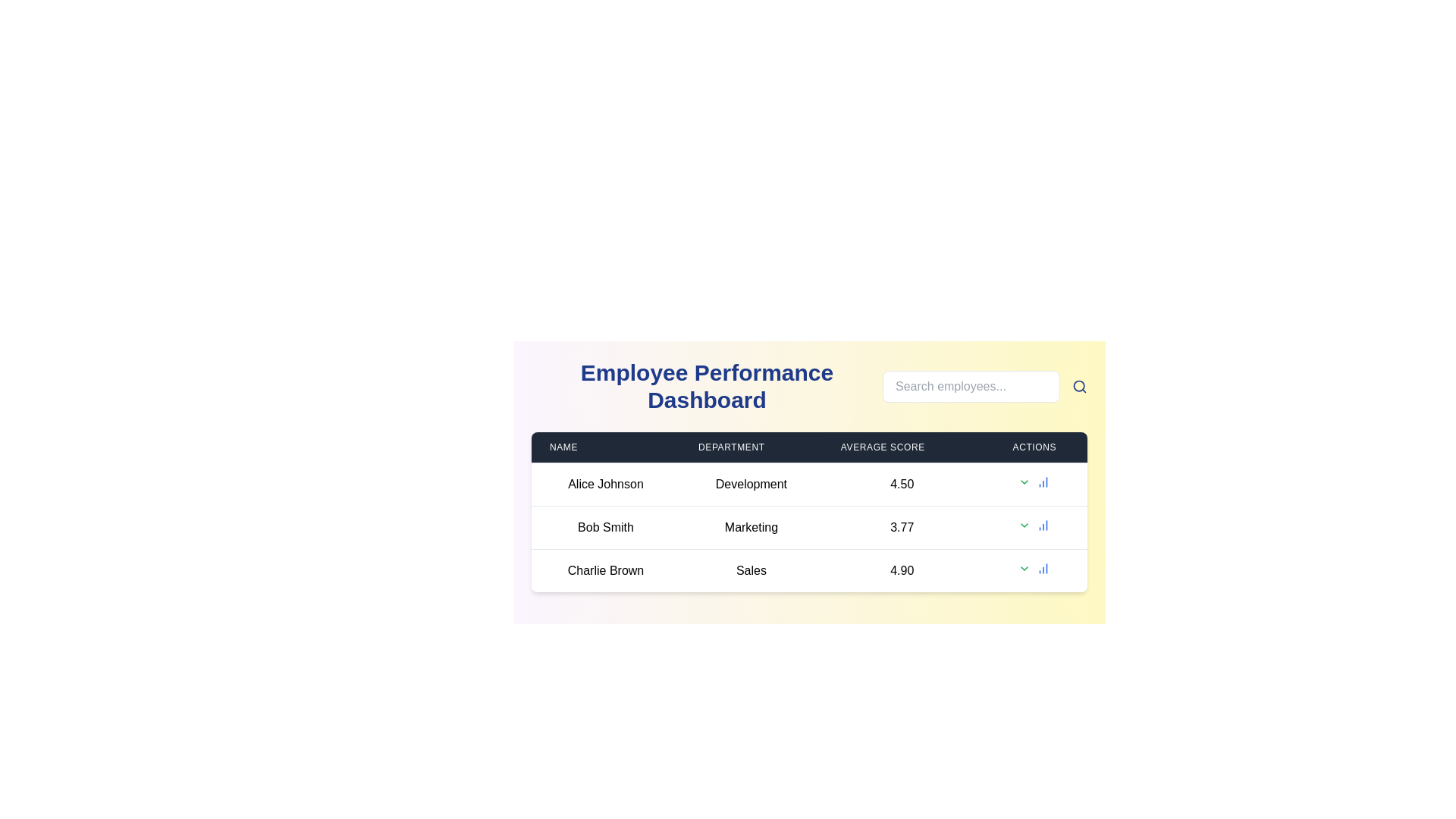 The width and height of the screenshot is (1456, 819). Describe the element at coordinates (971, 385) in the screenshot. I see `the text input field for searching employees` at that location.